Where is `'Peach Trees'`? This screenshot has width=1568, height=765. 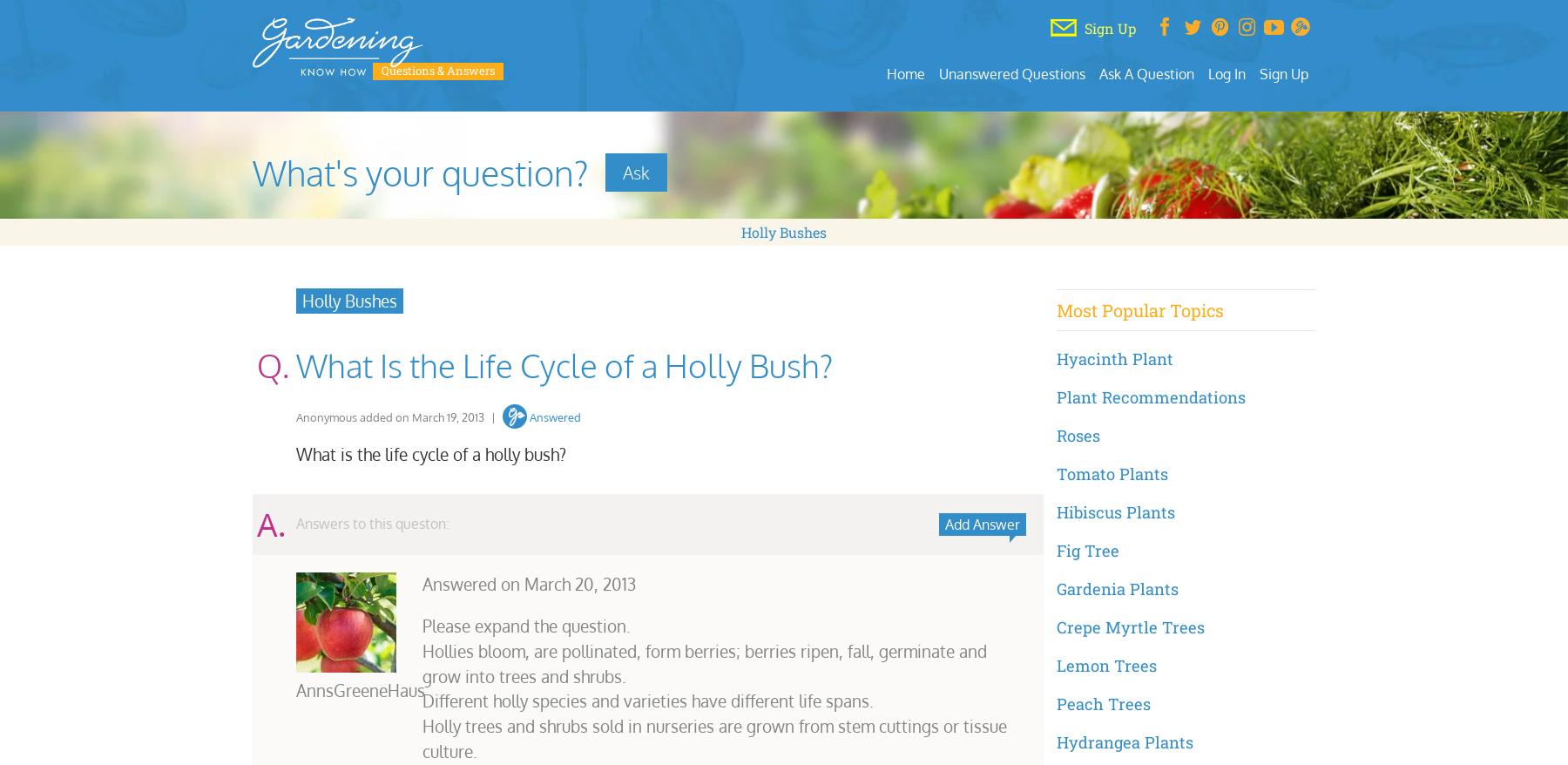
'Peach Trees' is located at coordinates (1054, 701).